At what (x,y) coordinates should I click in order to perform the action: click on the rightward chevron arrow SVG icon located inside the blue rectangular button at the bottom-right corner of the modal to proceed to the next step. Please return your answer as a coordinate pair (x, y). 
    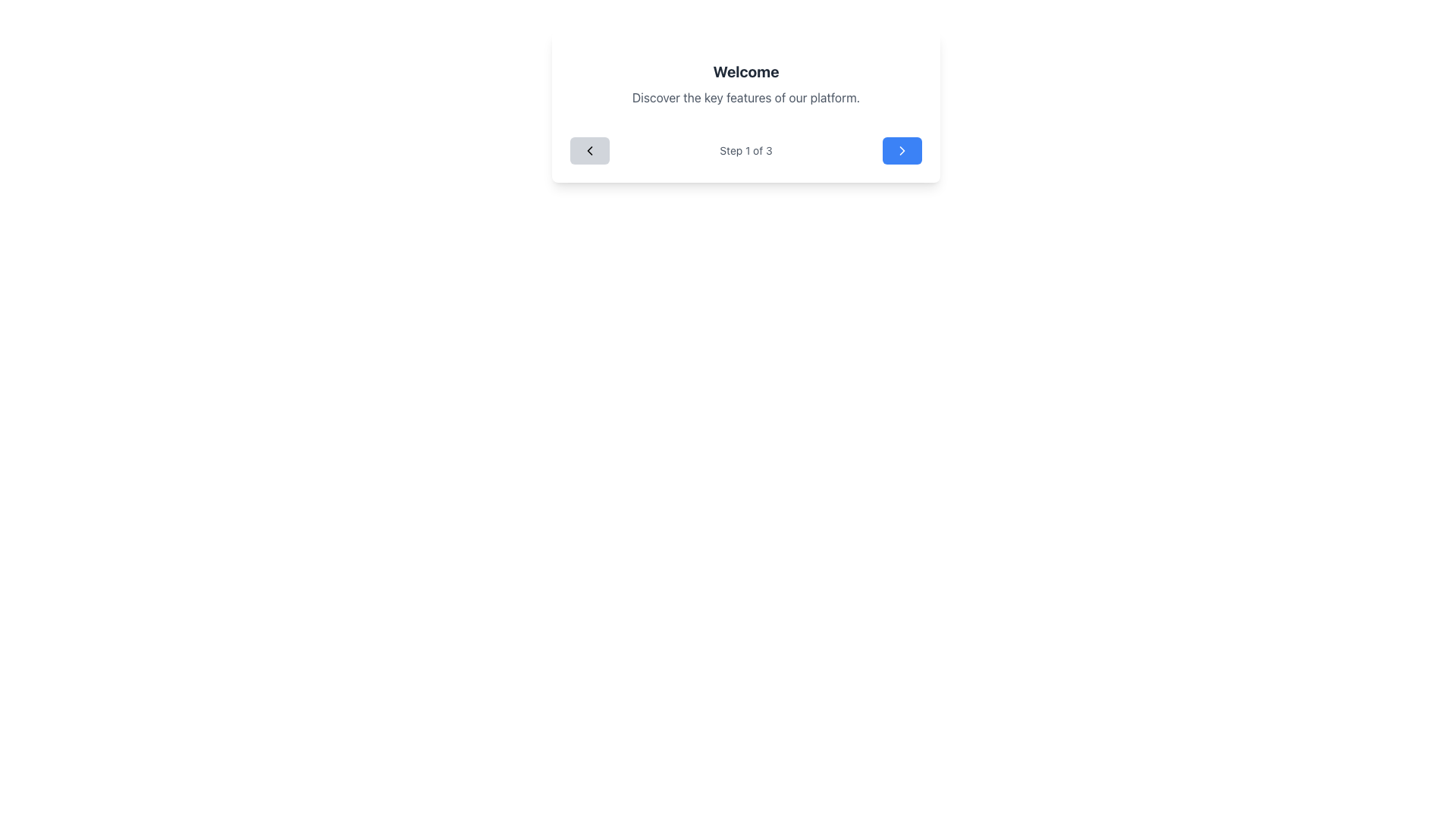
    Looking at the image, I should click on (902, 151).